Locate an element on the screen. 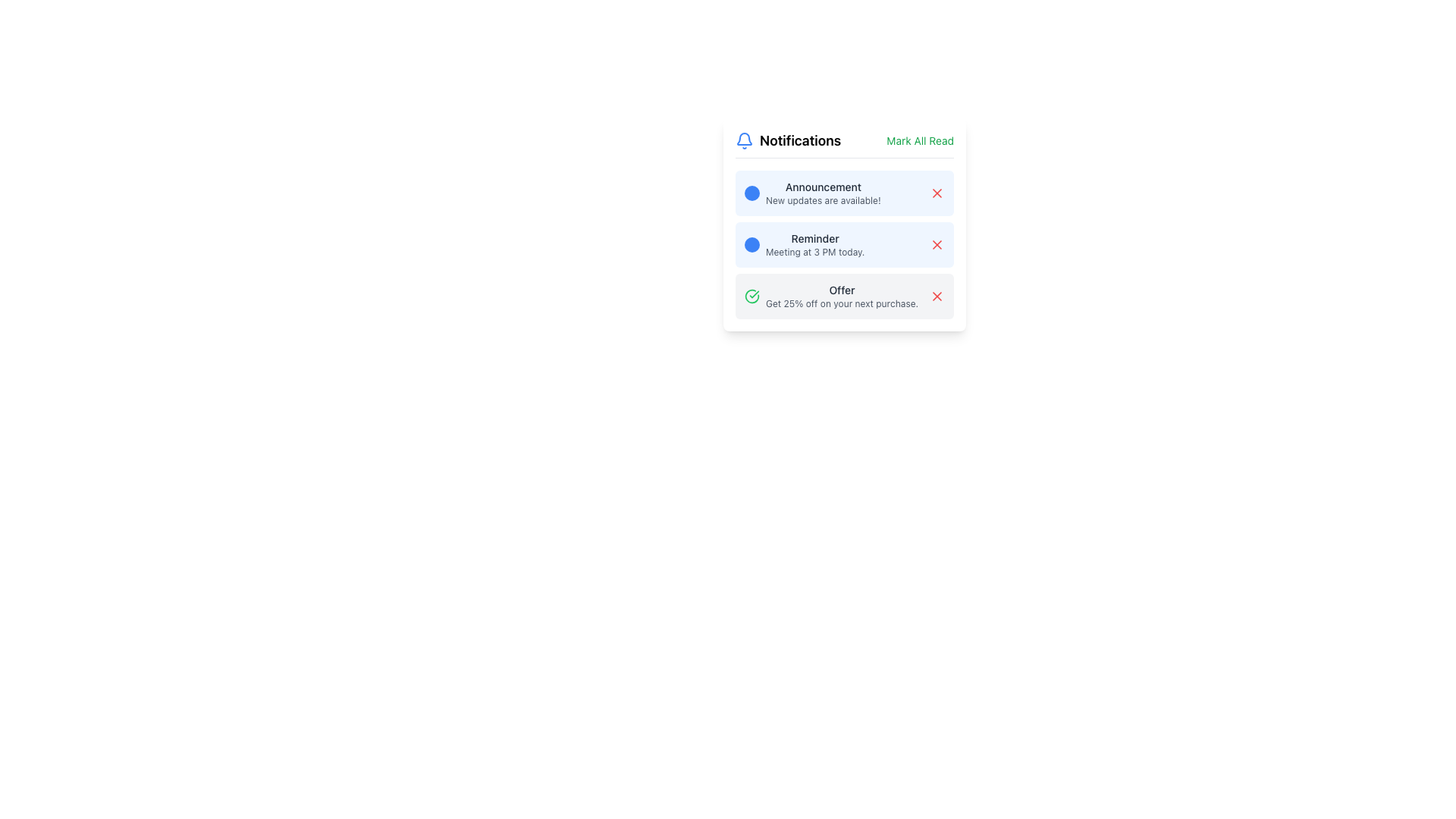 This screenshot has height=819, width=1456. the second notification entry in the list is located at coordinates (804, 244).